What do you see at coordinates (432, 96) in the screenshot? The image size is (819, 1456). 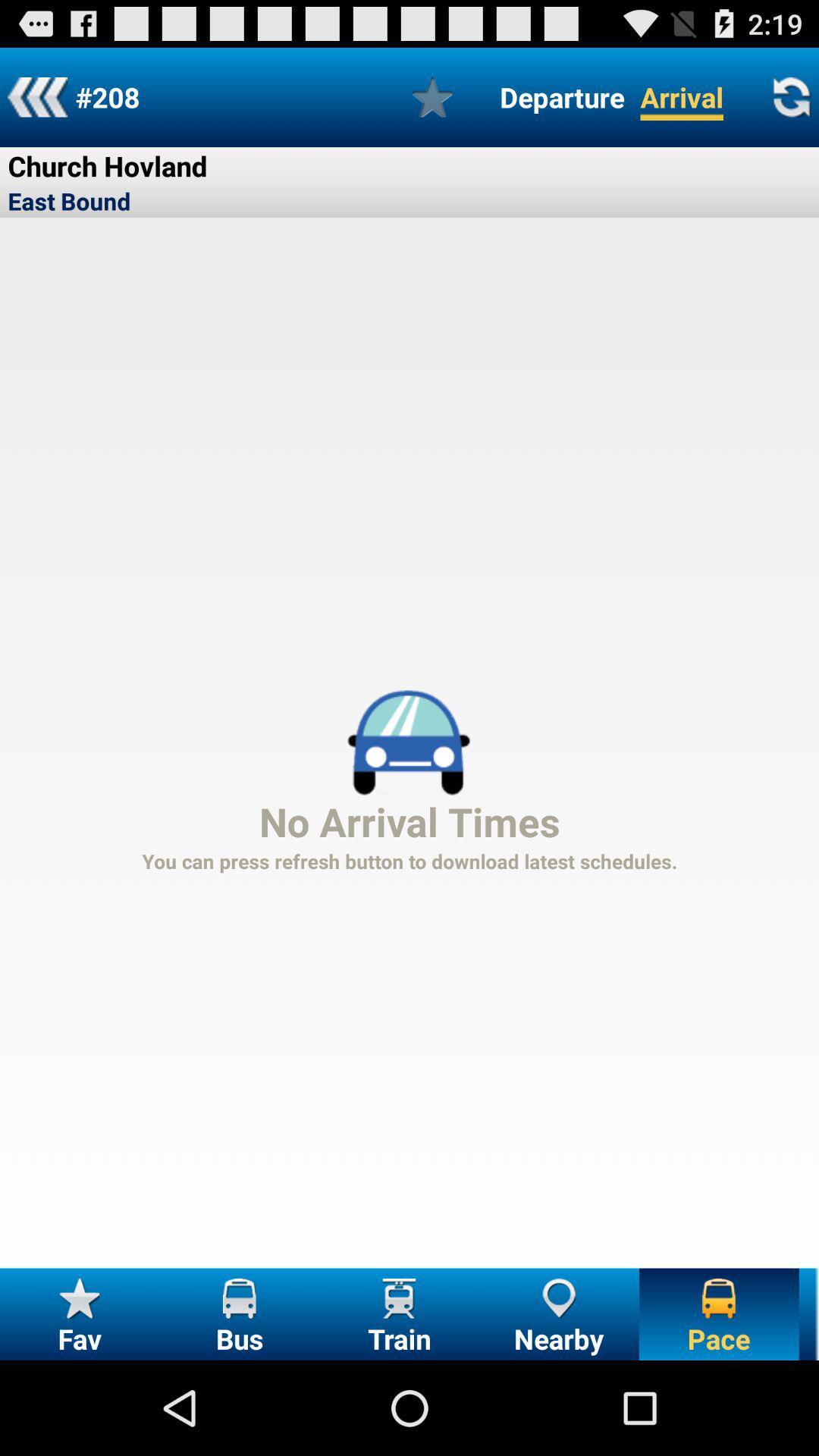 I see `the flight` at bounding box center [432, 96].